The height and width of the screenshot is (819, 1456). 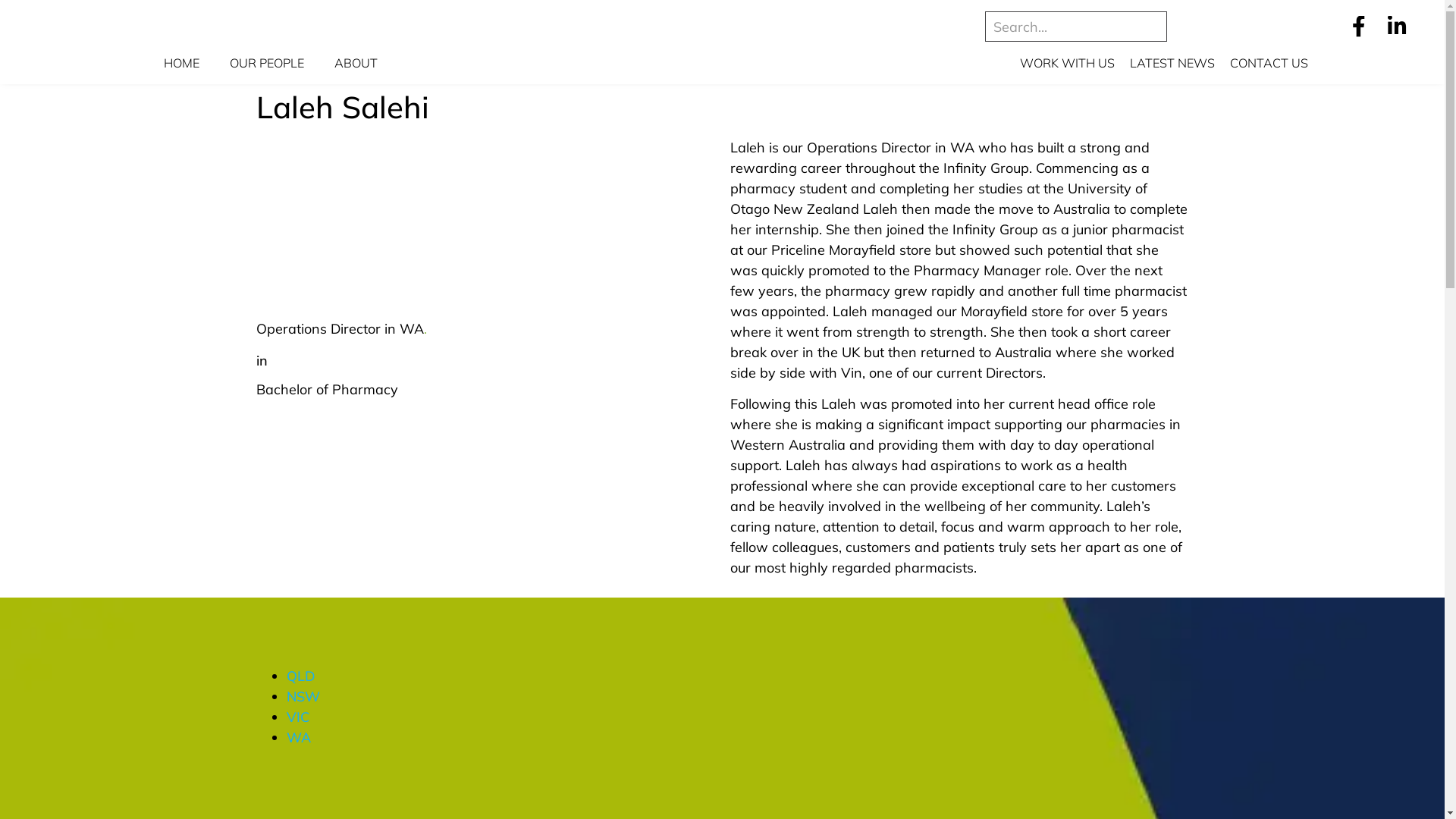 I want to click on 'WA', so click(x=298, y=736).